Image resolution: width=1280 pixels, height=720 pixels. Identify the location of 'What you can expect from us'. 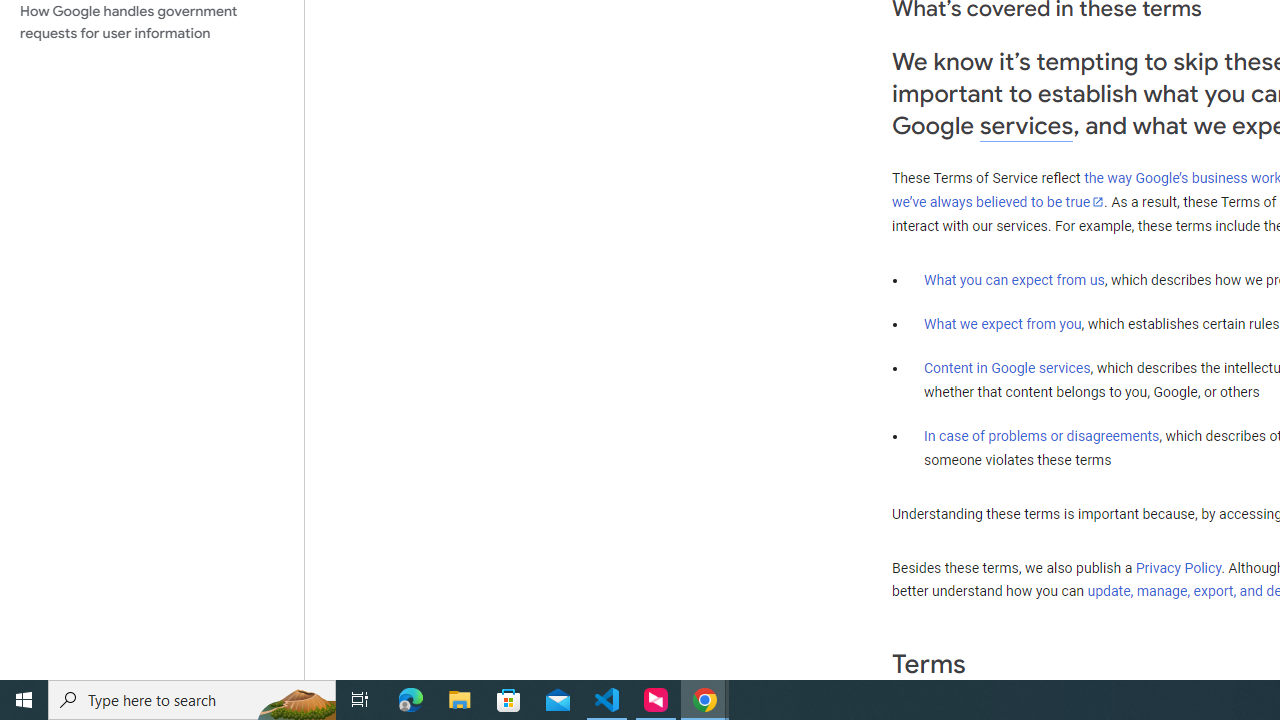
(1014, 279).